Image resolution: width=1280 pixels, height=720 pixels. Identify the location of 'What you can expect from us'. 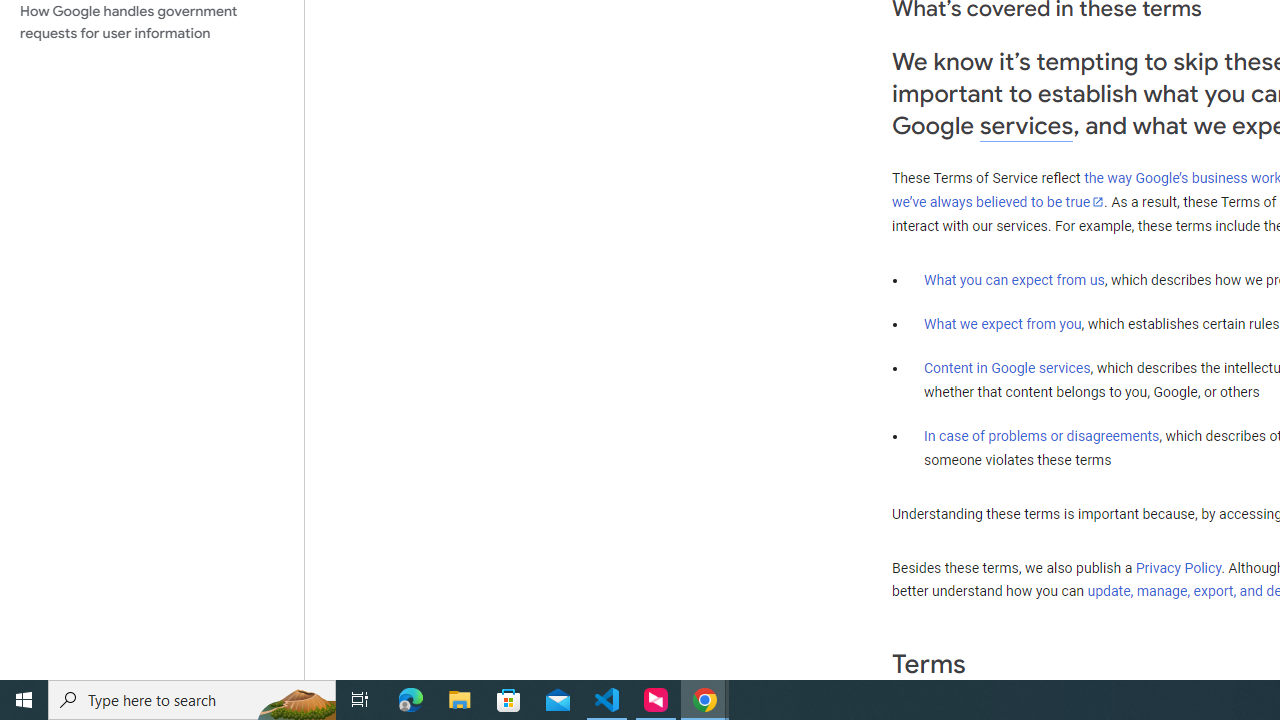
(1014, 279).